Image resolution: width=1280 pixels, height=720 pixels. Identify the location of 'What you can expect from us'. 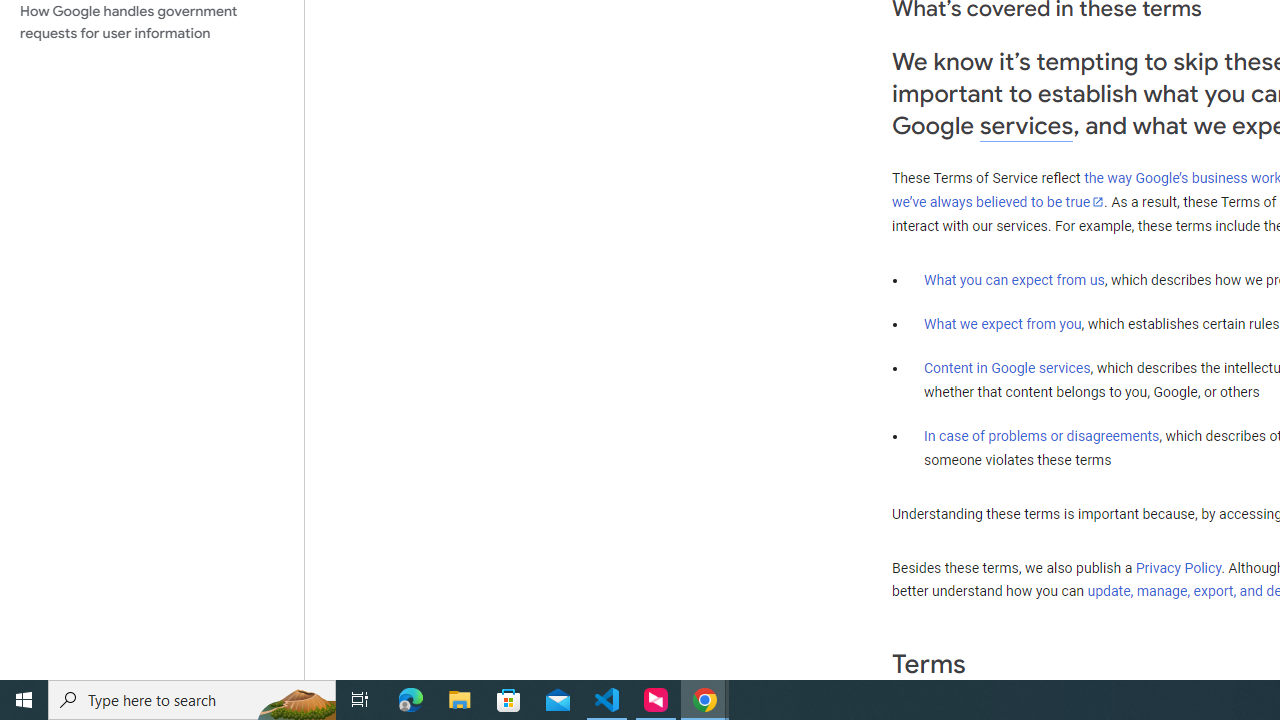
(1014, 279).